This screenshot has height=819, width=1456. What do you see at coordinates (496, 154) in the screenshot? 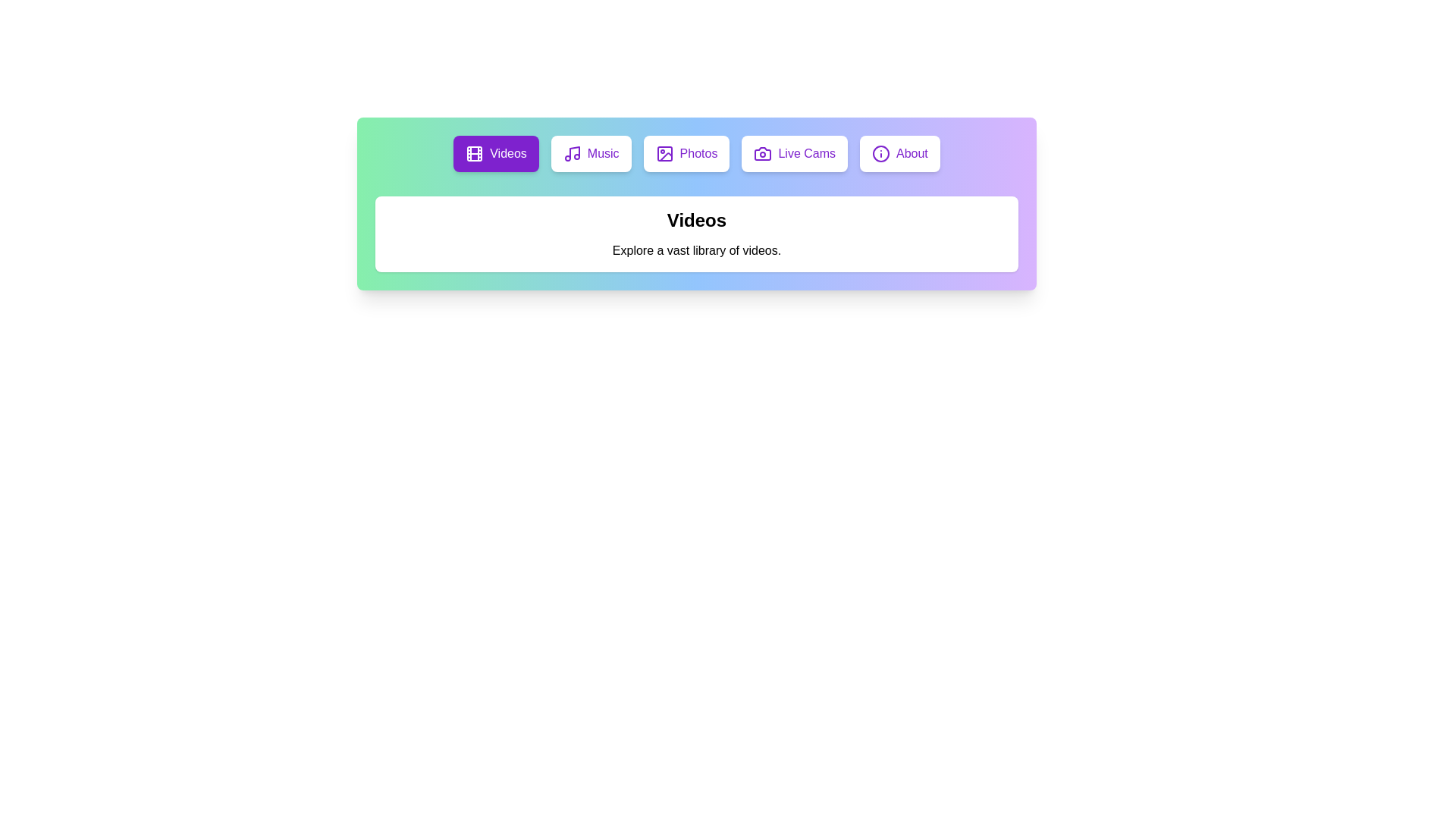
I see `the tab labeled Videos to switch to that tab` at bounding box center [496, 154].